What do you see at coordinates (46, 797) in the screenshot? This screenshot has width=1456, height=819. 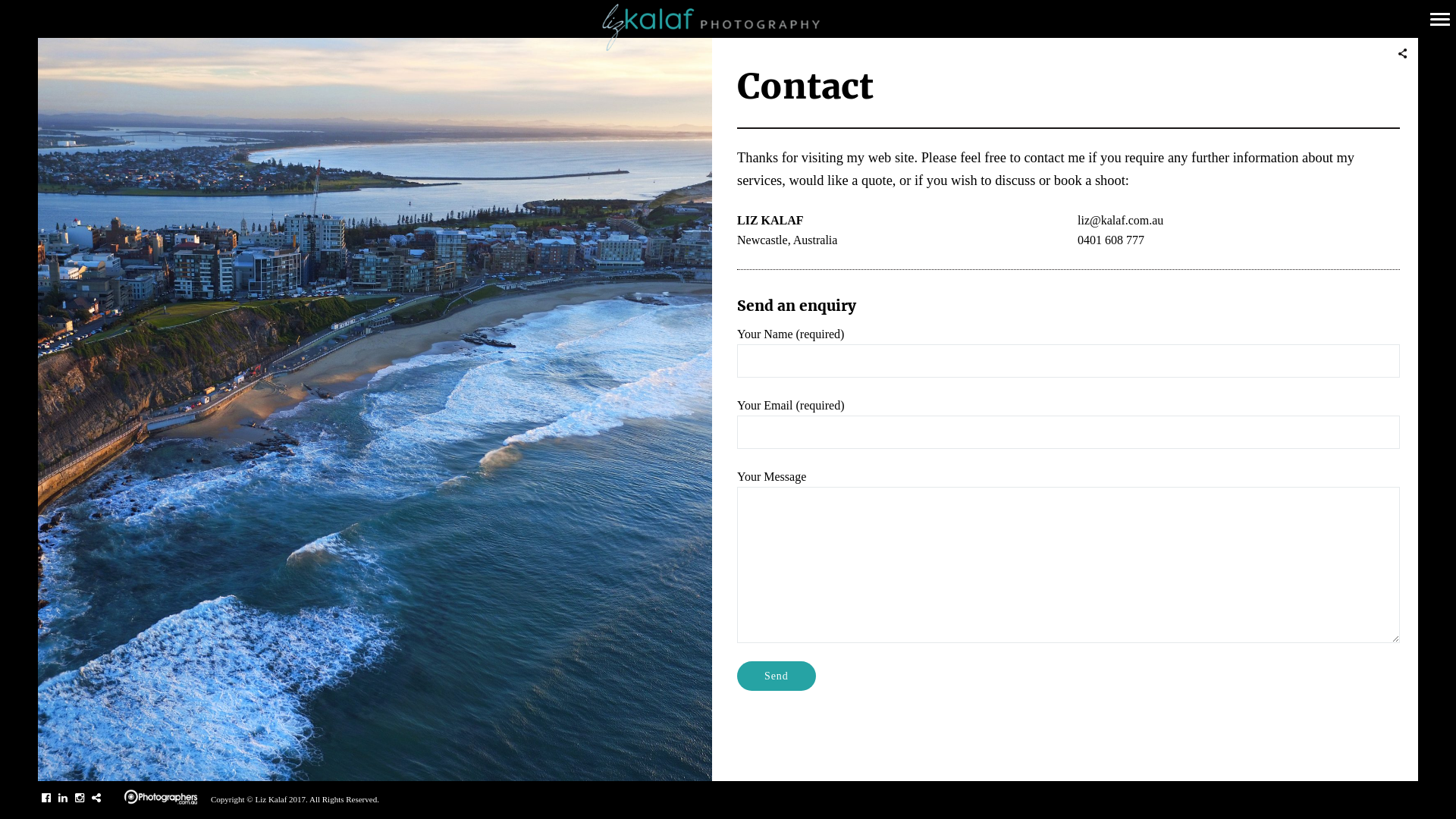 I see `'Facebook'` at bounding box center [46, 797].